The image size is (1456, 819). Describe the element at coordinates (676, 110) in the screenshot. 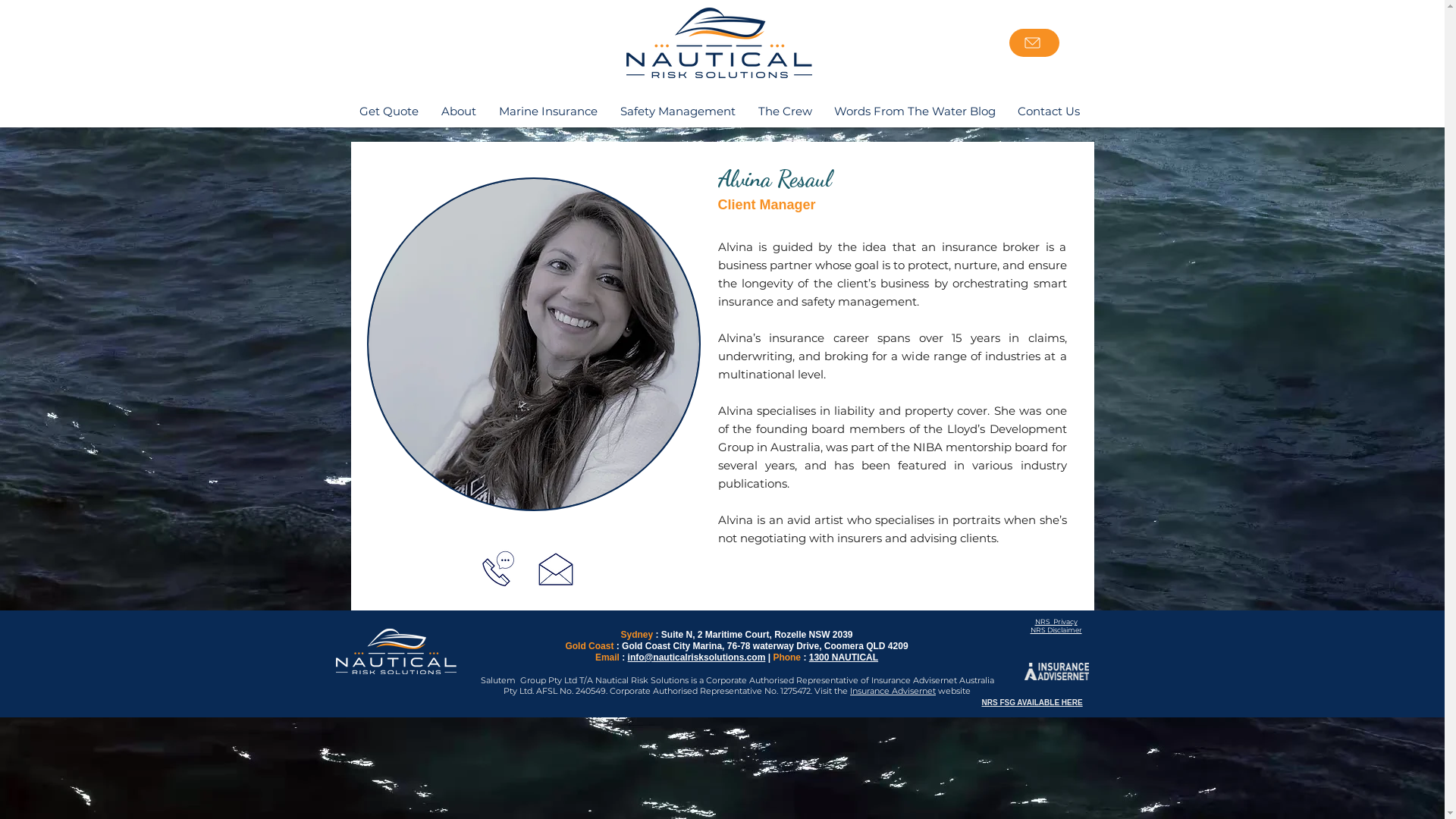

I see `'Safety Management'` at that location.